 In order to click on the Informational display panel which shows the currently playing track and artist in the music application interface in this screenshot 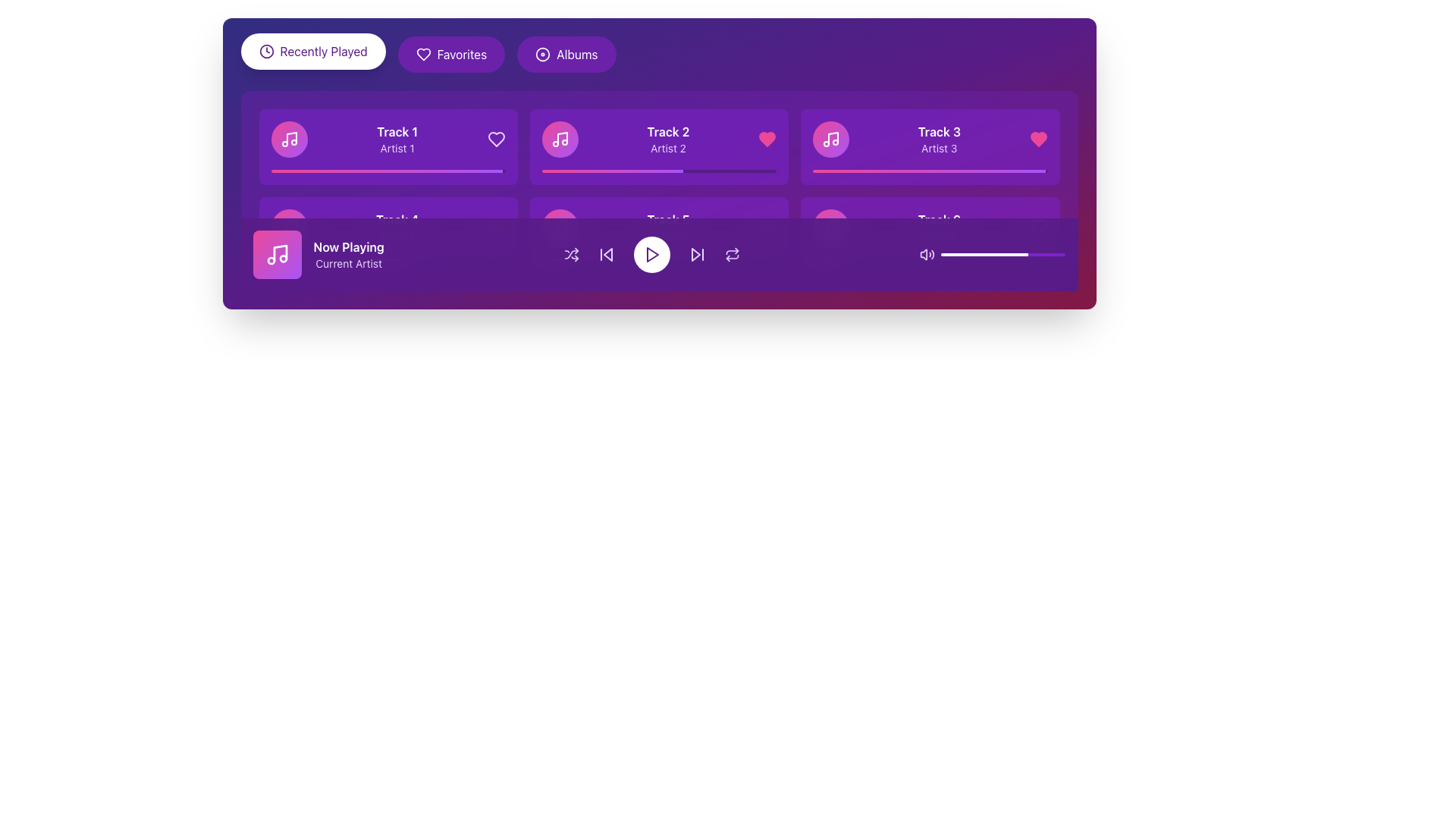, I will do `click(318, 253)`.